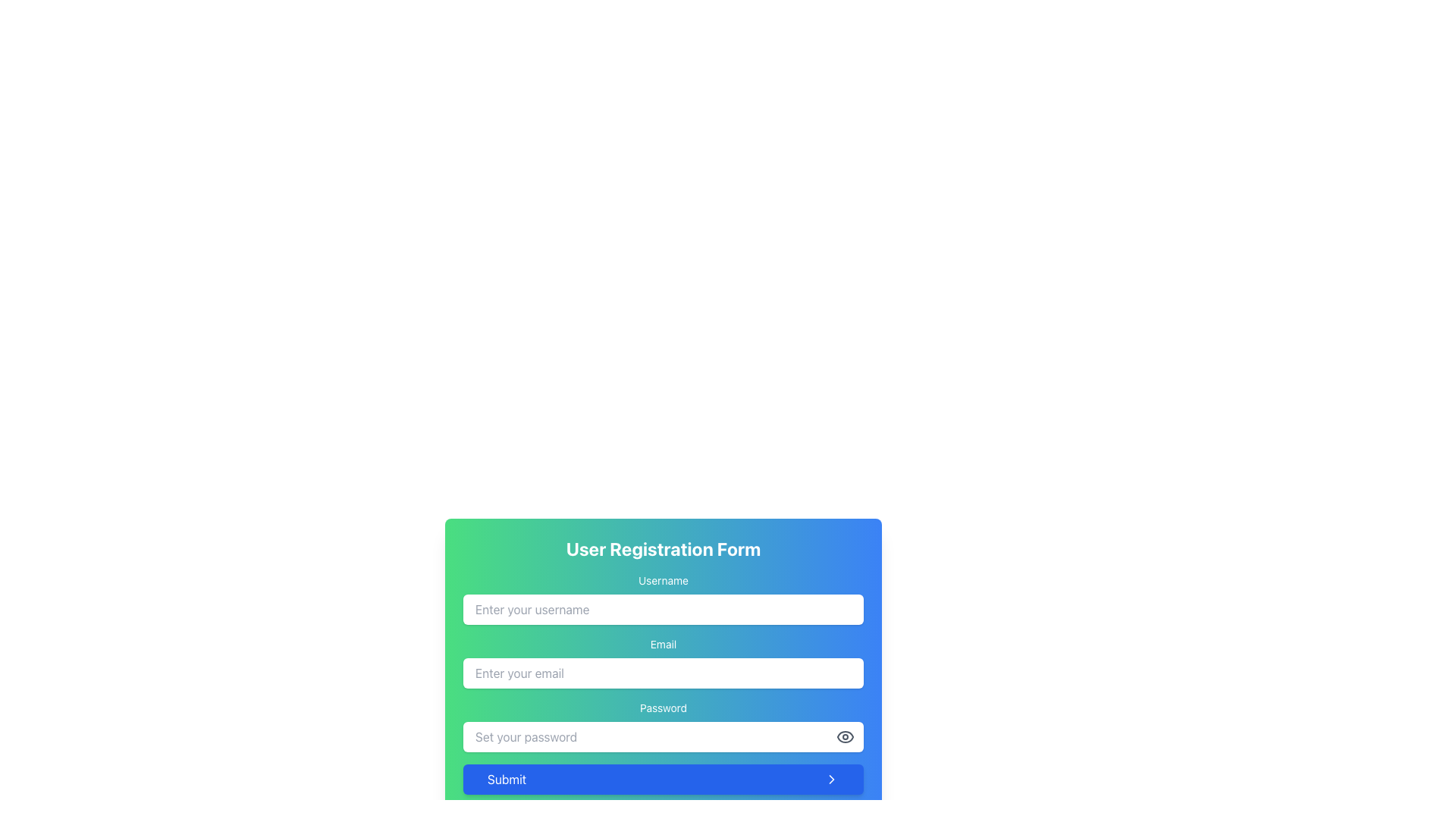 Image resolution: width=1456 pixels, height=819 pixels. Describe the element at coordinates (663, 708) in the screenshot. I see `the 'Password' label, which is styled with white text on a gradient background and is located above the password input field` at that location.